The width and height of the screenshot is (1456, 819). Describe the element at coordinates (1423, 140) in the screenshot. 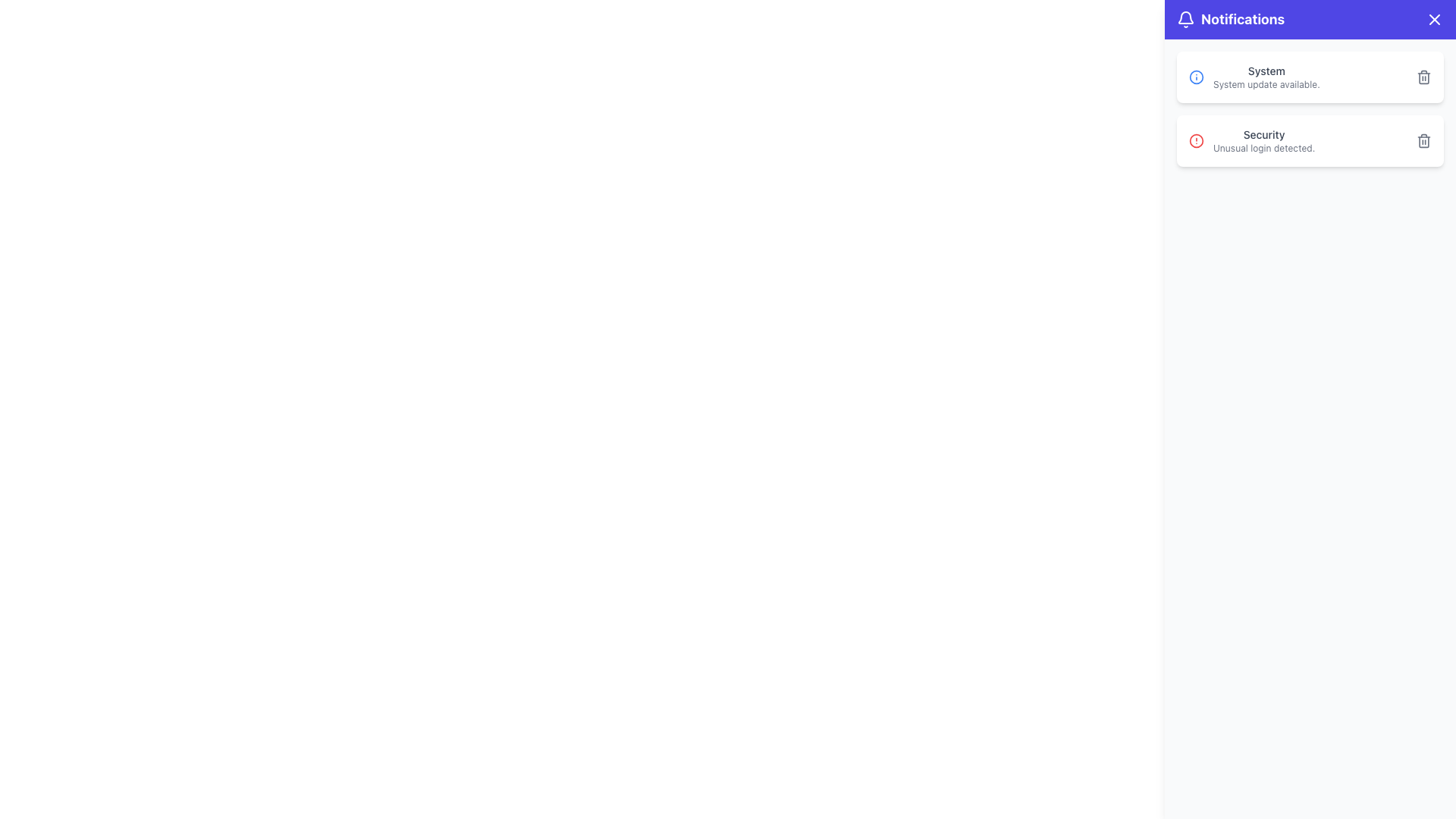

I see `the small square-shaped trash can icon located in the bottom right corner of the 'Security Unusual login detected' notification card` at that location.